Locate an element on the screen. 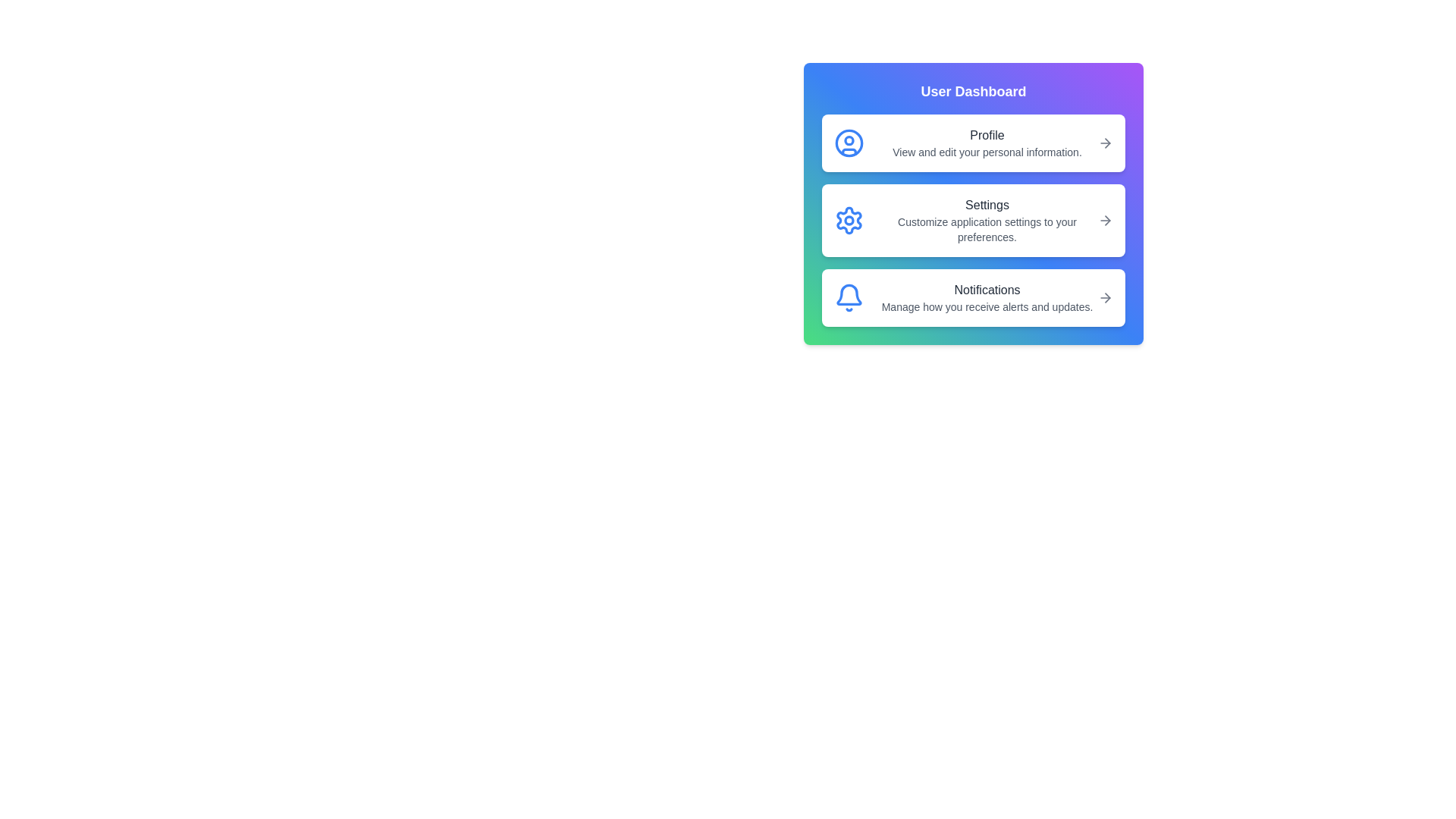 Image resolution: width=1456 pixels, height=819 pixels. the Notifications icon to view its context menu options is located at coordinates (848, 298).